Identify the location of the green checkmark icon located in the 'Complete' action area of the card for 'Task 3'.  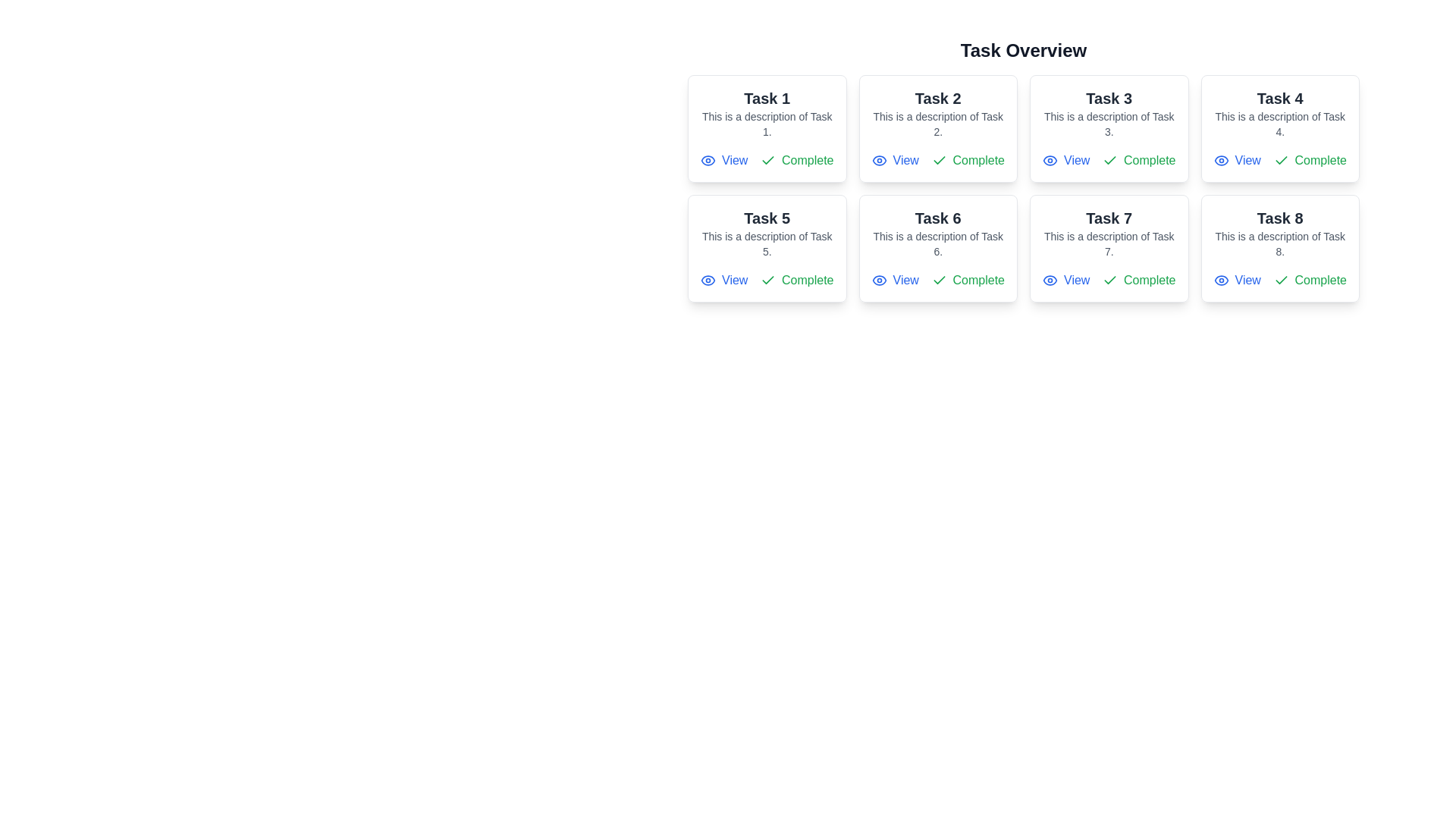
(1110, 161).